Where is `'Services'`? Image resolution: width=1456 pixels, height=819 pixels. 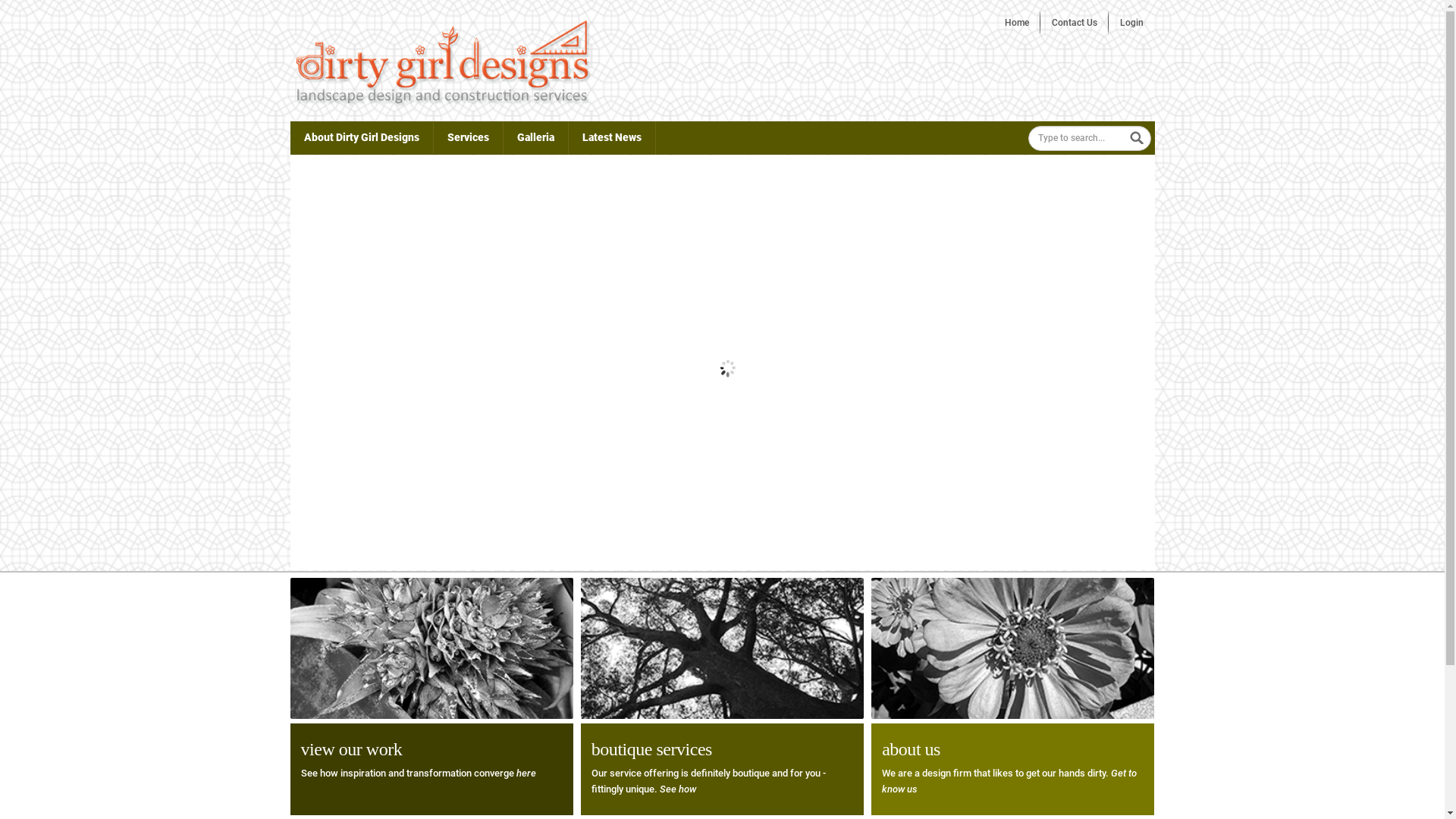 'Services' is located at coordinates (467, 137).